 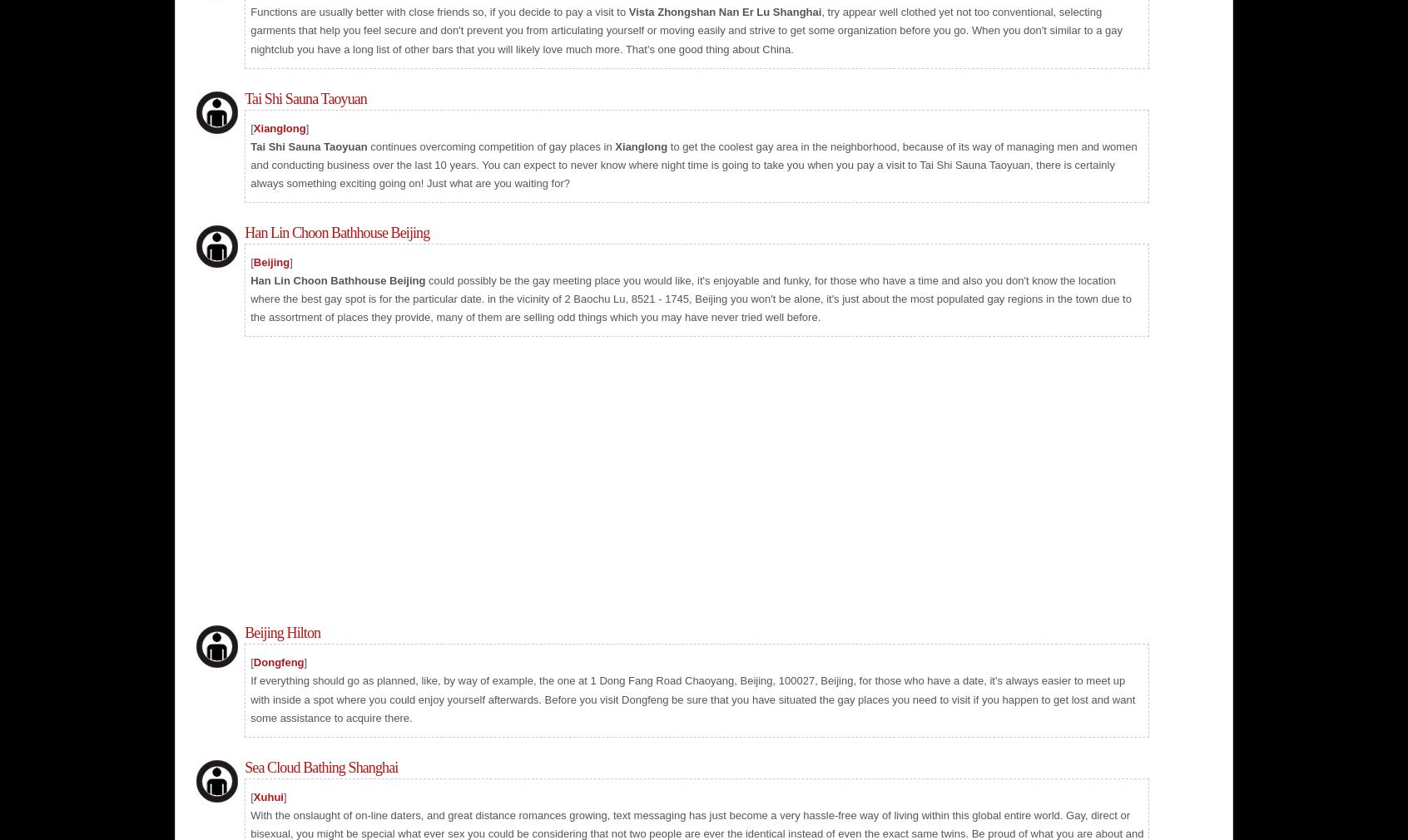 What do you see at coordinates (281, 633) in the screenshot?
I see `'Beijing Hilton'` at bounding box center [281, 633].